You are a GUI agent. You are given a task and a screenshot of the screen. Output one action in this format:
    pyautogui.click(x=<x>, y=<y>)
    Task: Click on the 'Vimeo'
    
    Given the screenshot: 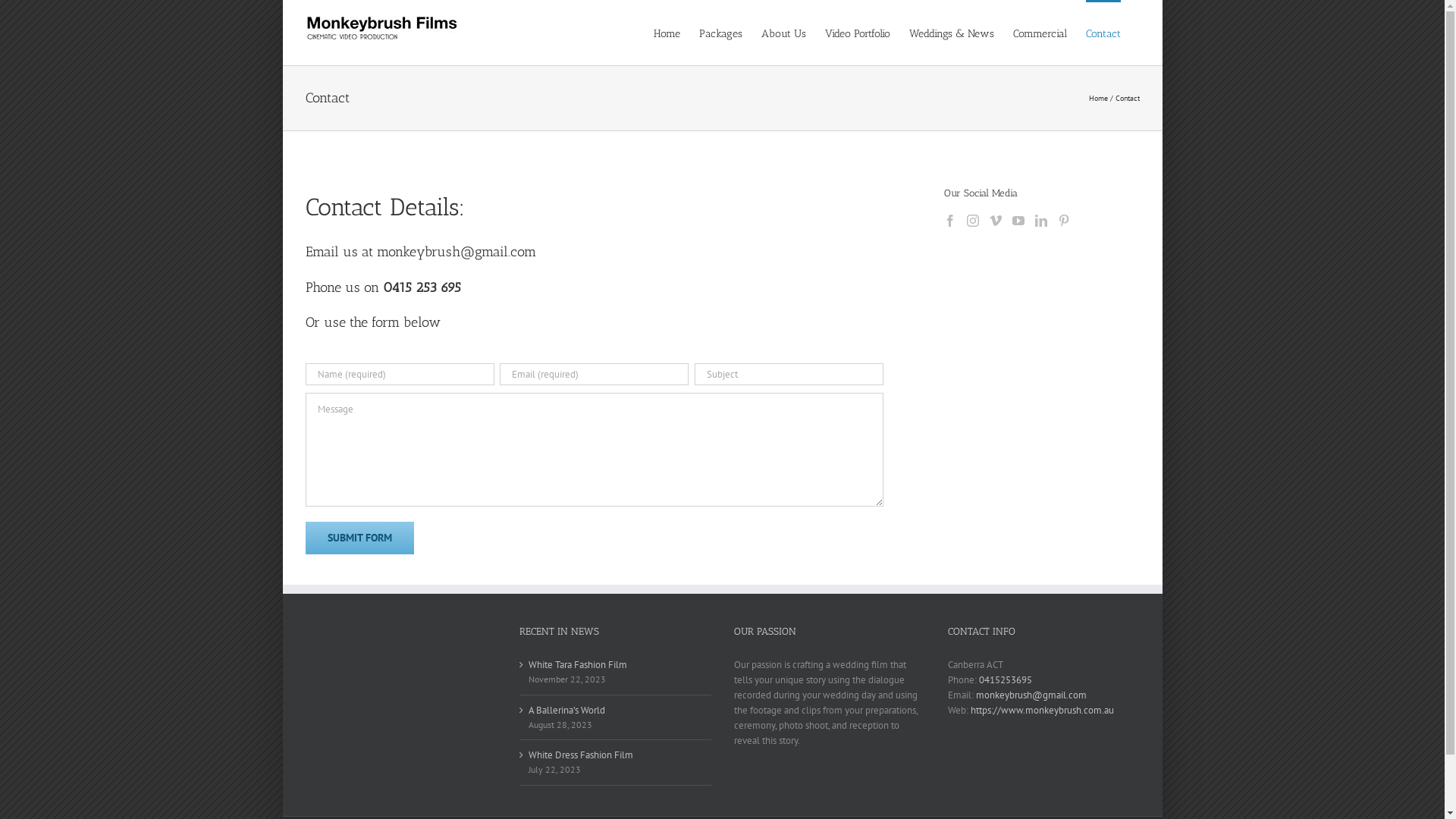 What is the action you would take?
    pyautogui.click(x=996, y=220)
    